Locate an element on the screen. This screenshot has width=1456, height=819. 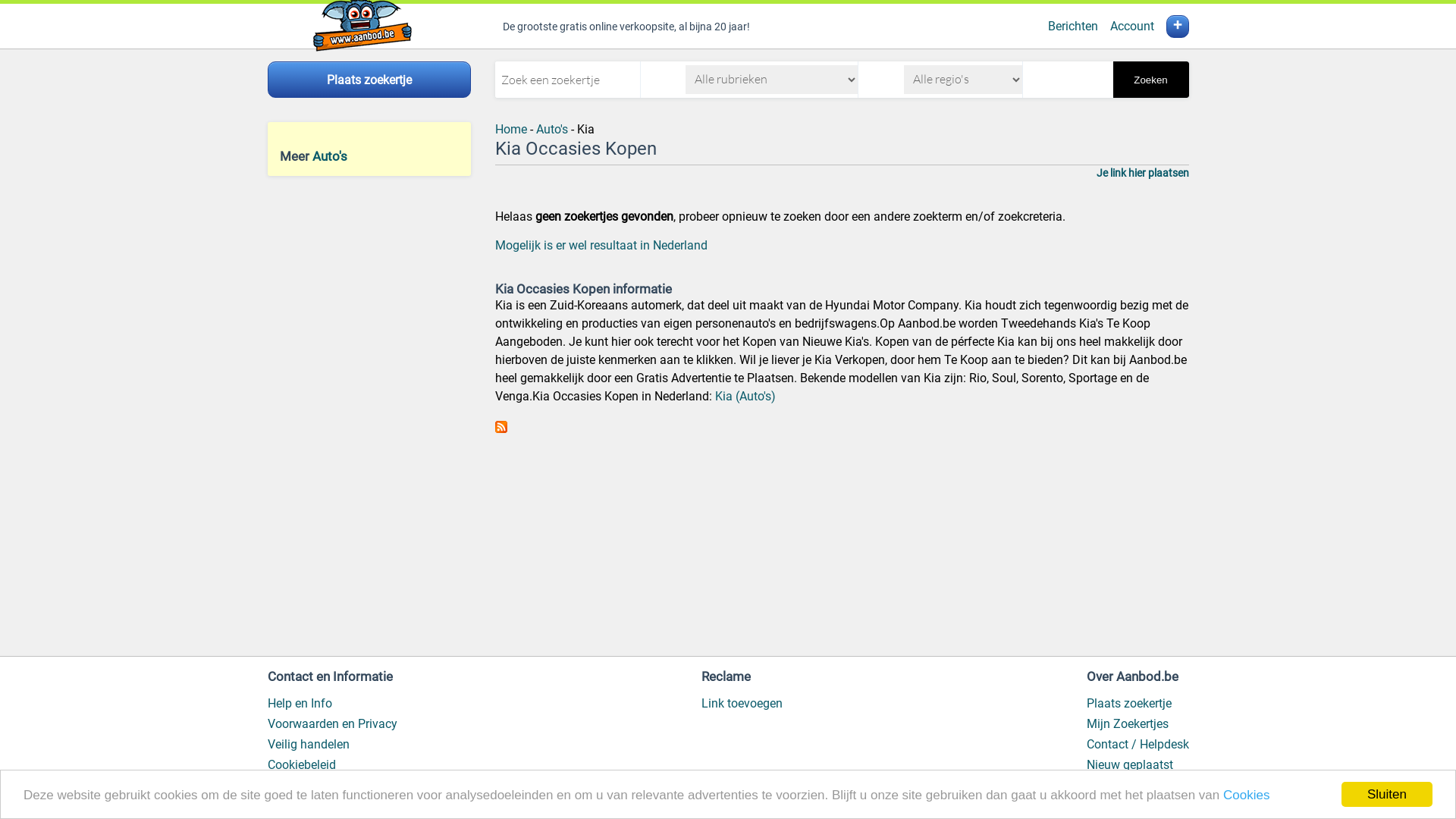
'Je link hier plaatsen' is located at coordinates (1143, 171).